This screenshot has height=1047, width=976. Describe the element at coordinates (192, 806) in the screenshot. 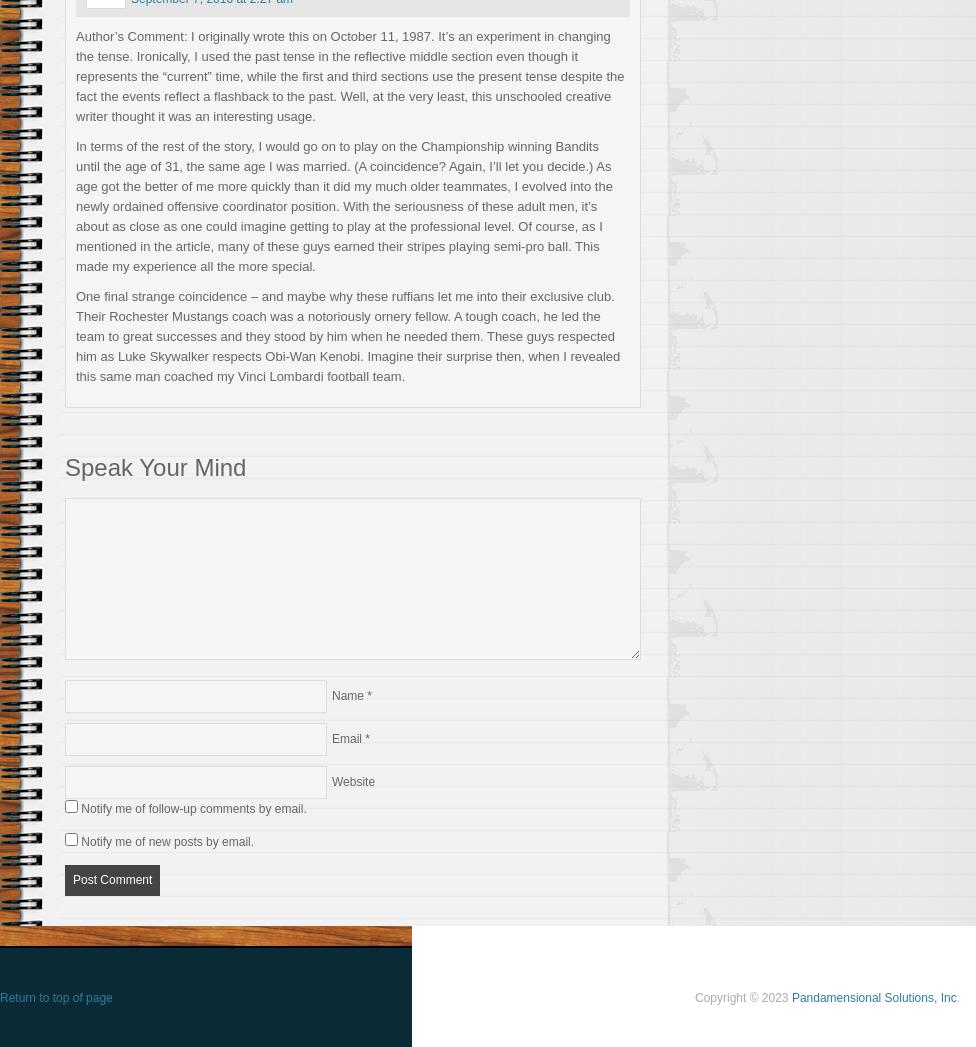

I see `'Notify me of follow-up comments by email.'` at that location.